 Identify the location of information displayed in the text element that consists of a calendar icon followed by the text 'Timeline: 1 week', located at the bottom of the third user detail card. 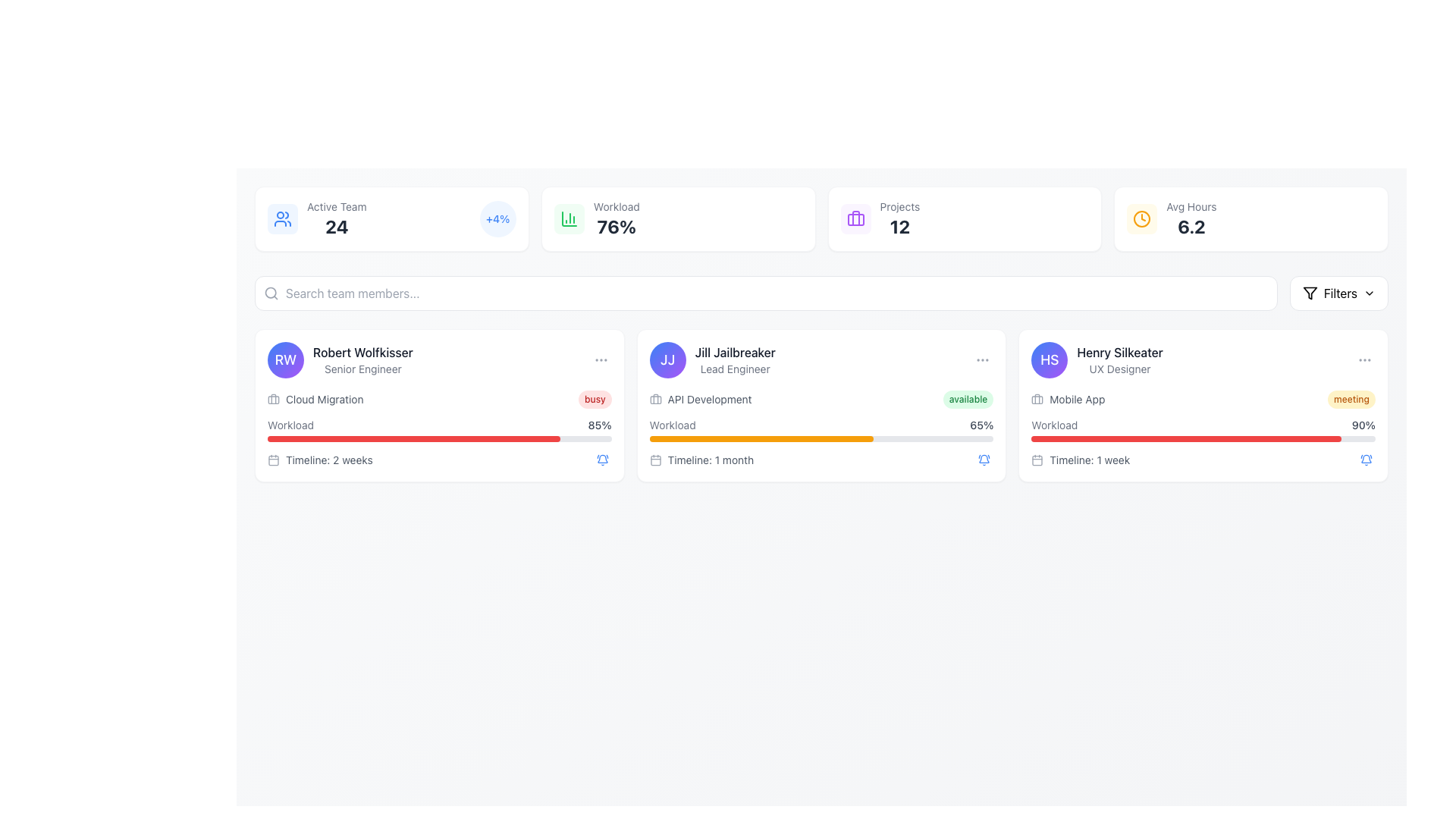
(1080, 459).